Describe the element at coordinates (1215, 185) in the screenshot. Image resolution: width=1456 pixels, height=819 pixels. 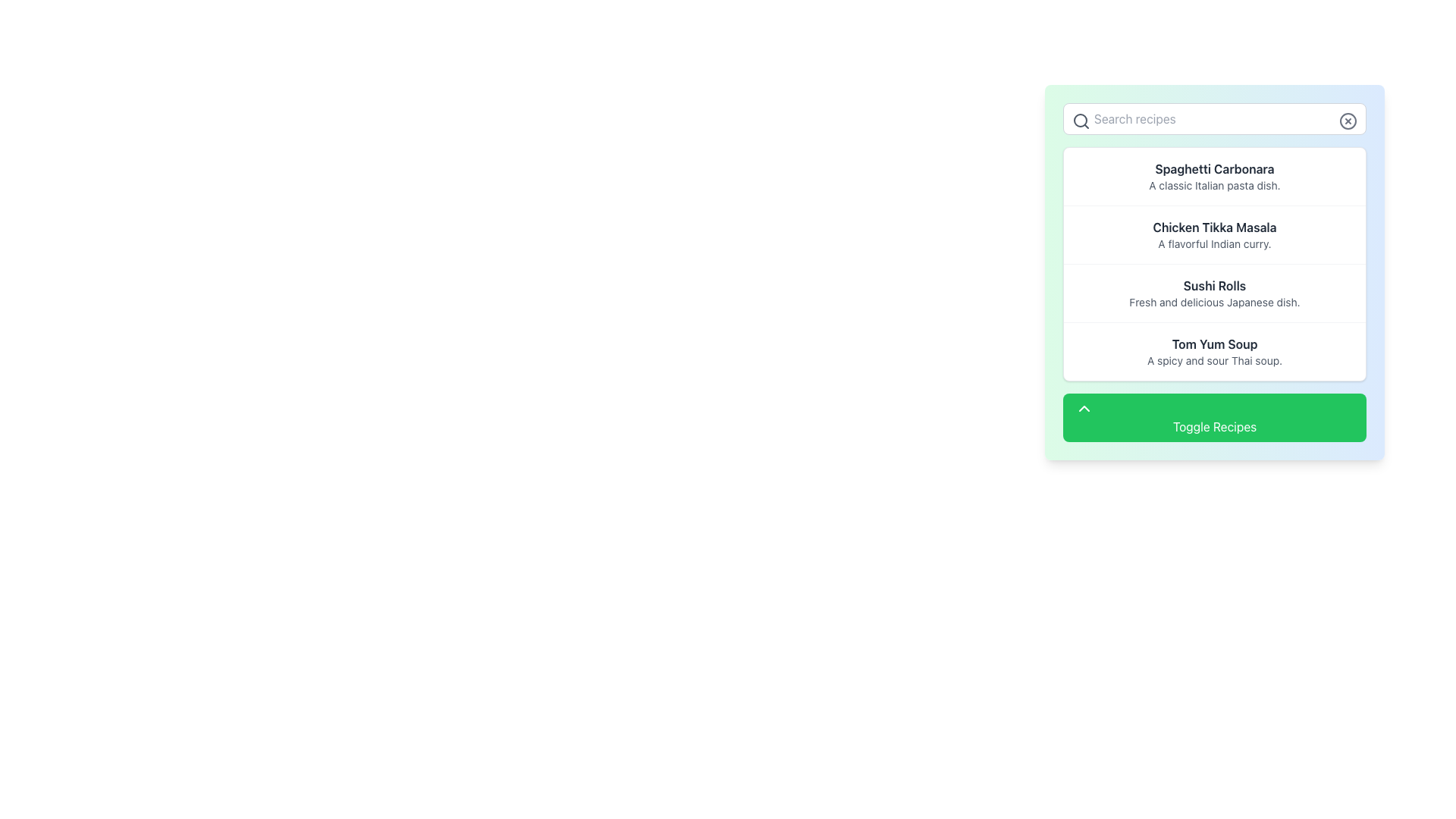
I see `descriptive text that states 'A classic Italian pasta dish.' located below the title 'Spaghetti Carbonara' in the card layout of the recipe list` at that location.